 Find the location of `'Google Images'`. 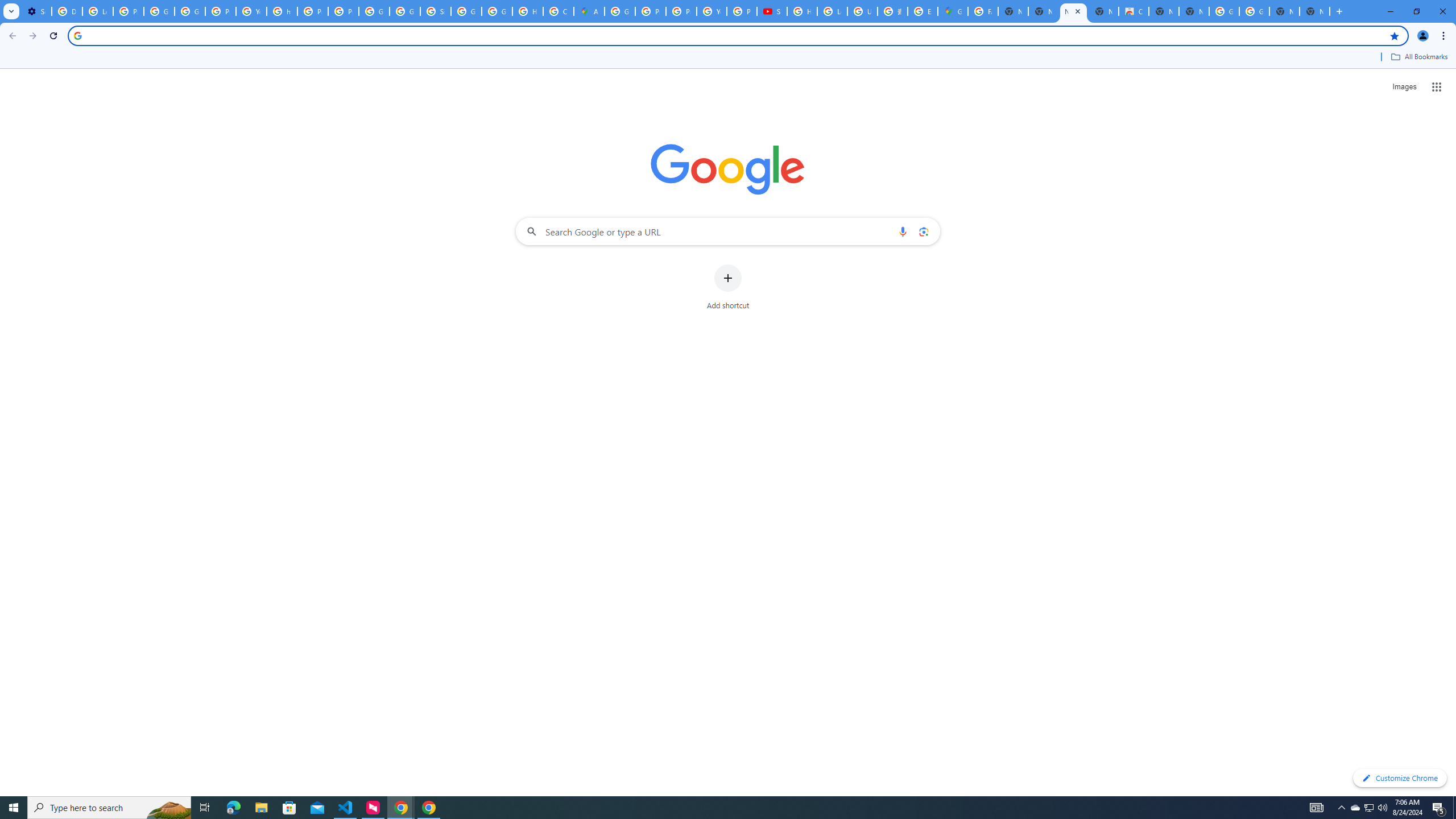

'Google Images' is located at coordinates (1224, 11).